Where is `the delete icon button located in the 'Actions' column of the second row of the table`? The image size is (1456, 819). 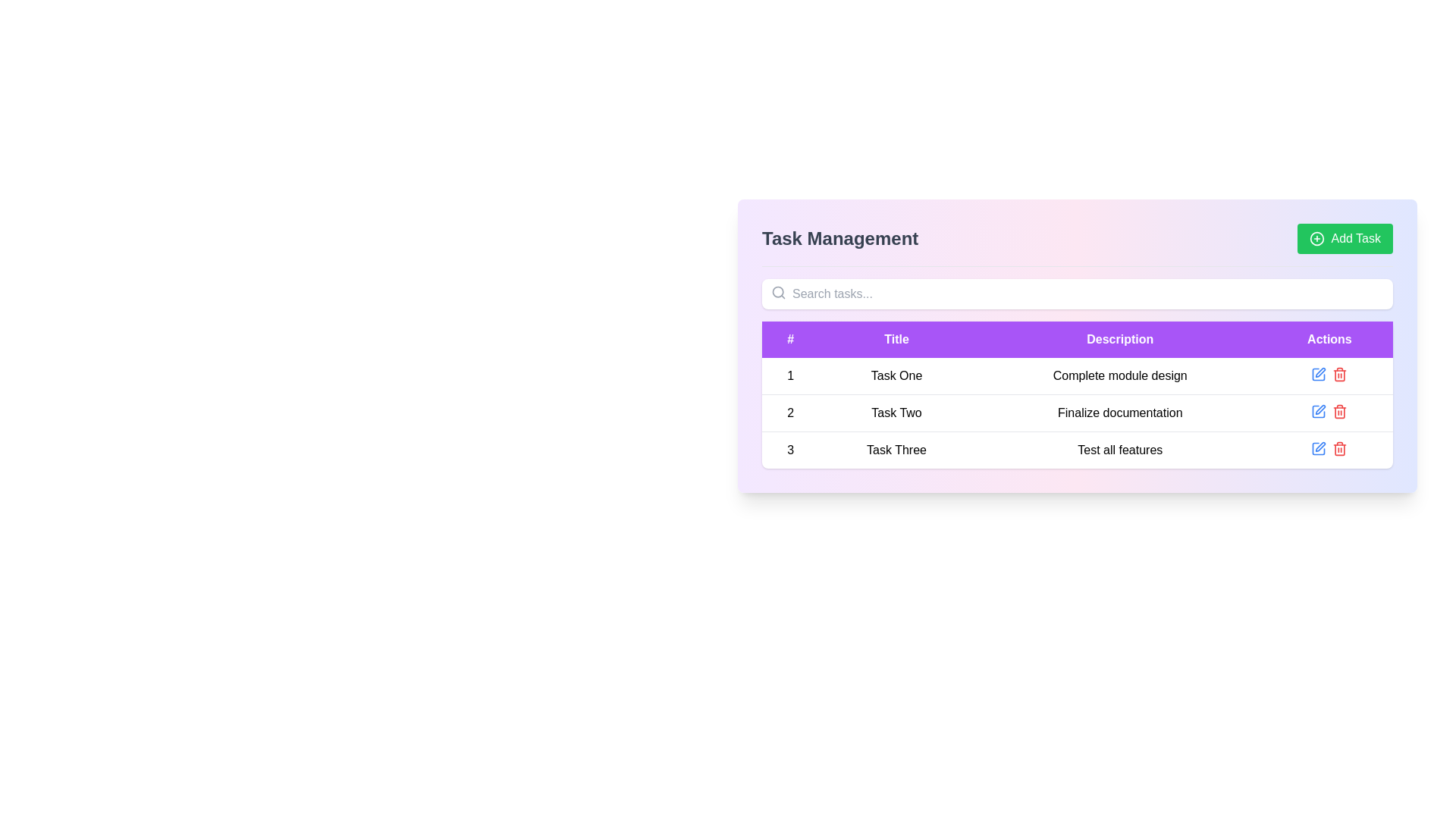
the delete icon button located in the 'Actions' column of the second row of the table is located at coordinates (1340, 412).